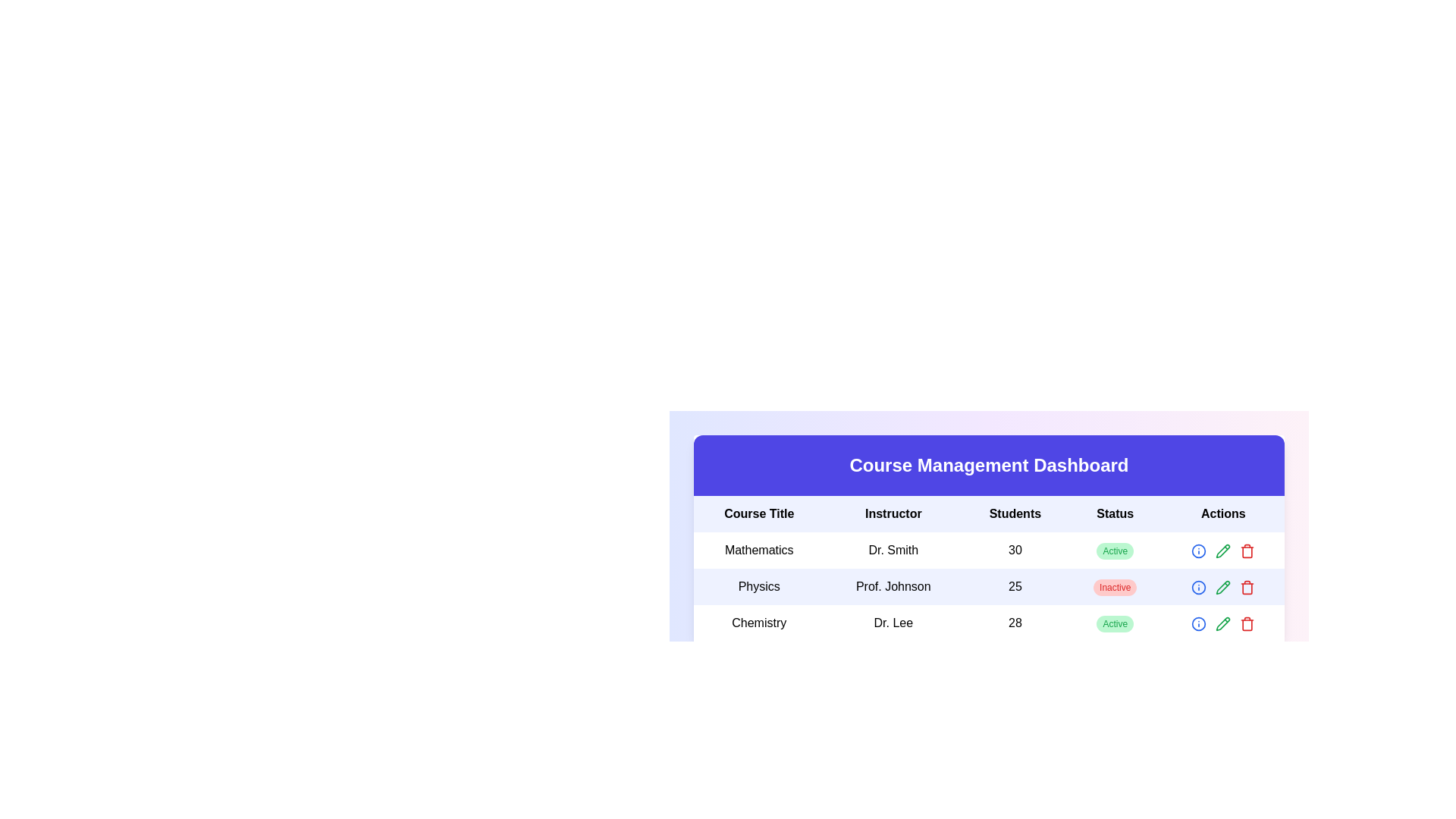 This screenshot has width=1456, height=819. What do you see at coordinates (1223, 586) in the screenshot?
I see `the edit icon in the 'Actions' column for the 'Physics' course to initiate editing` at bounding box center [1223, 586].